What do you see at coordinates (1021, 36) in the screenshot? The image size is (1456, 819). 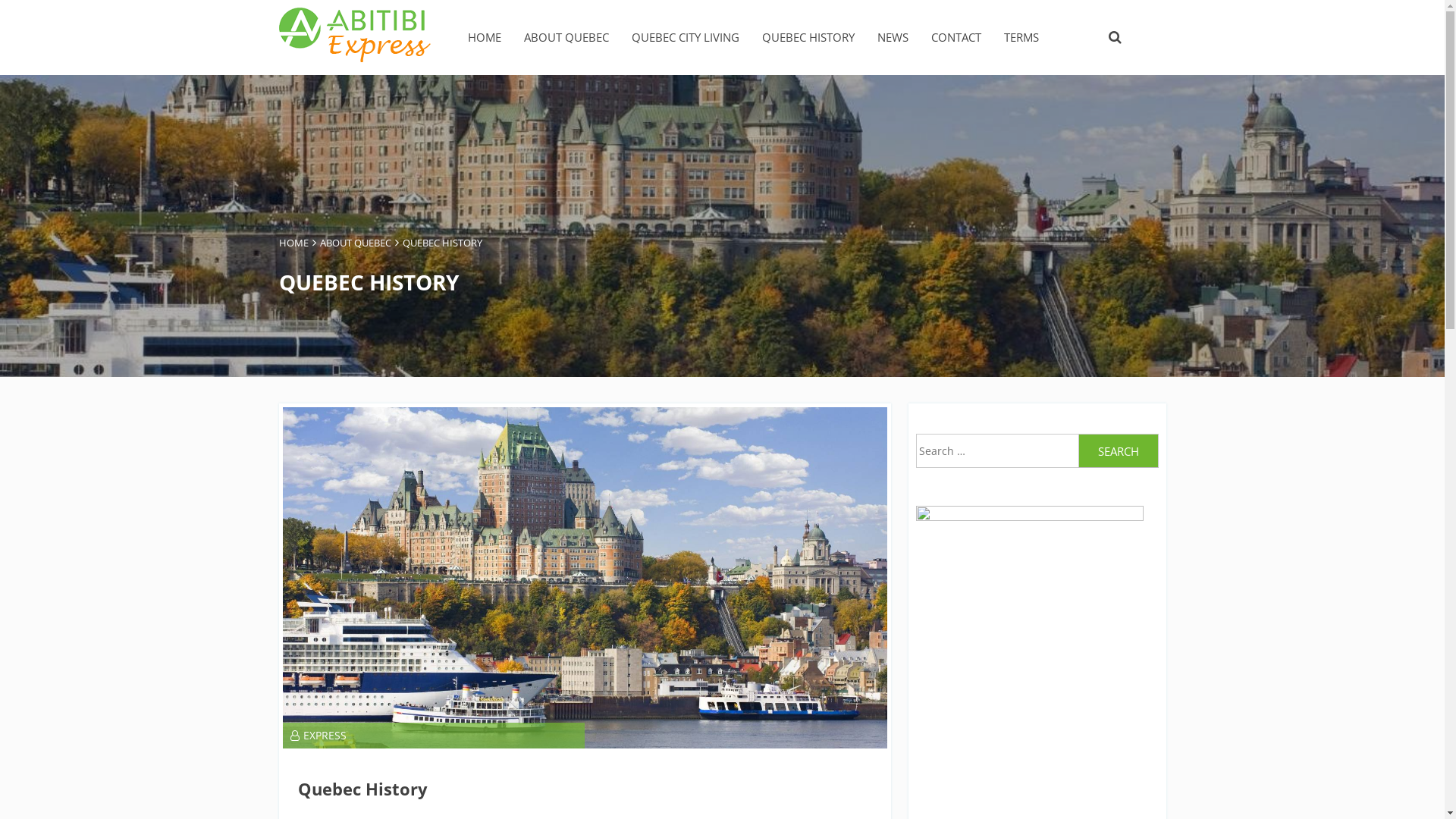 I see `'TERMS'` at bounding box center [1021, 36].